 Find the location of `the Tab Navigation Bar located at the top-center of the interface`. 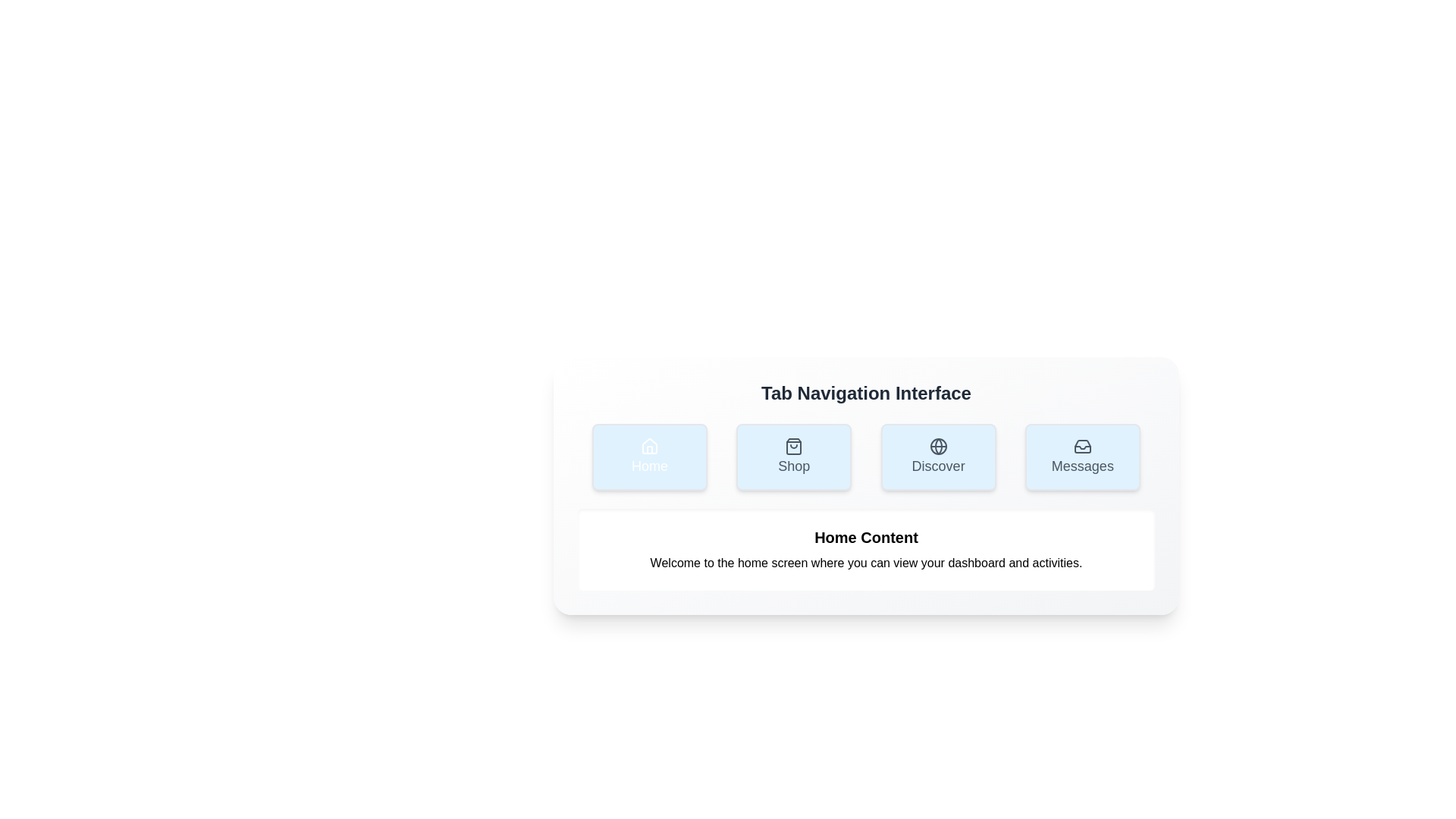

the Tab Navigation Bar located at the top-center of the interface is located at coordinates (866, 485).